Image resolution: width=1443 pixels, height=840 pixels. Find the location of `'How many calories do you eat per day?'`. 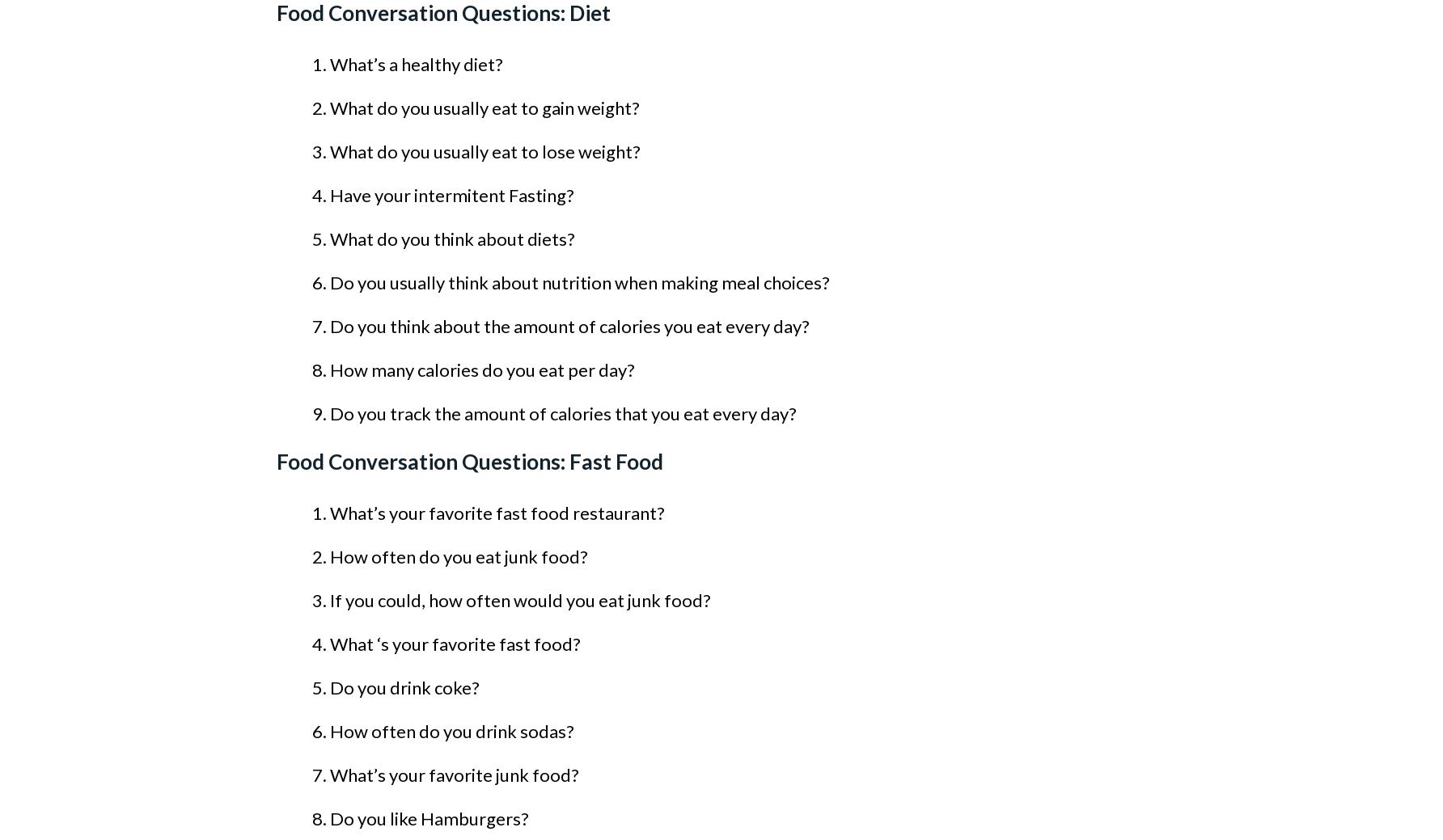

'How many calories do you eat per day?' is located at coordinates (481, 369).